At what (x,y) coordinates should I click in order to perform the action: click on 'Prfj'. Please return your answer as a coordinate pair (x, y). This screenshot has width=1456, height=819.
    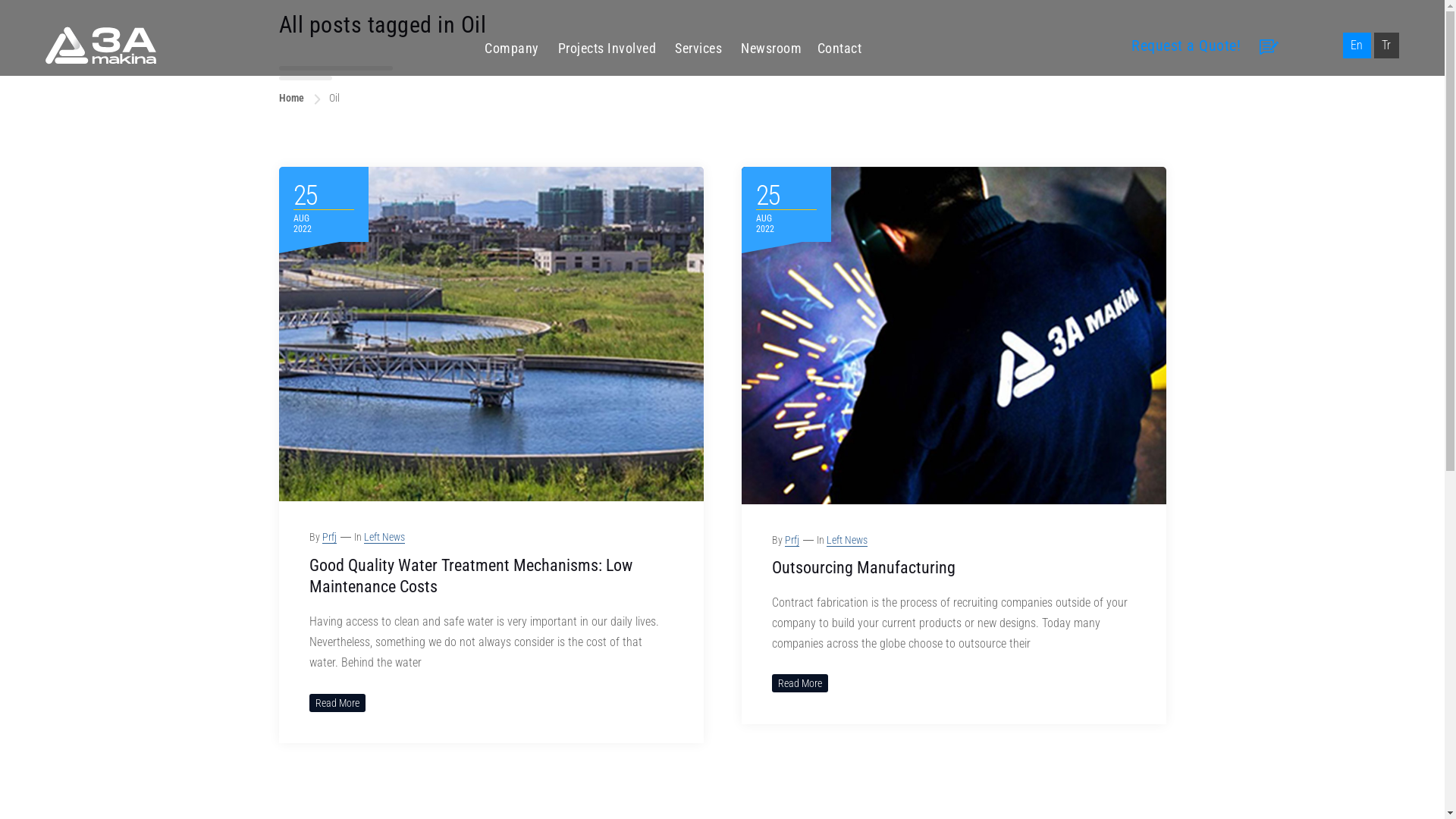
    Looking at the image, I should click on (328, 536).